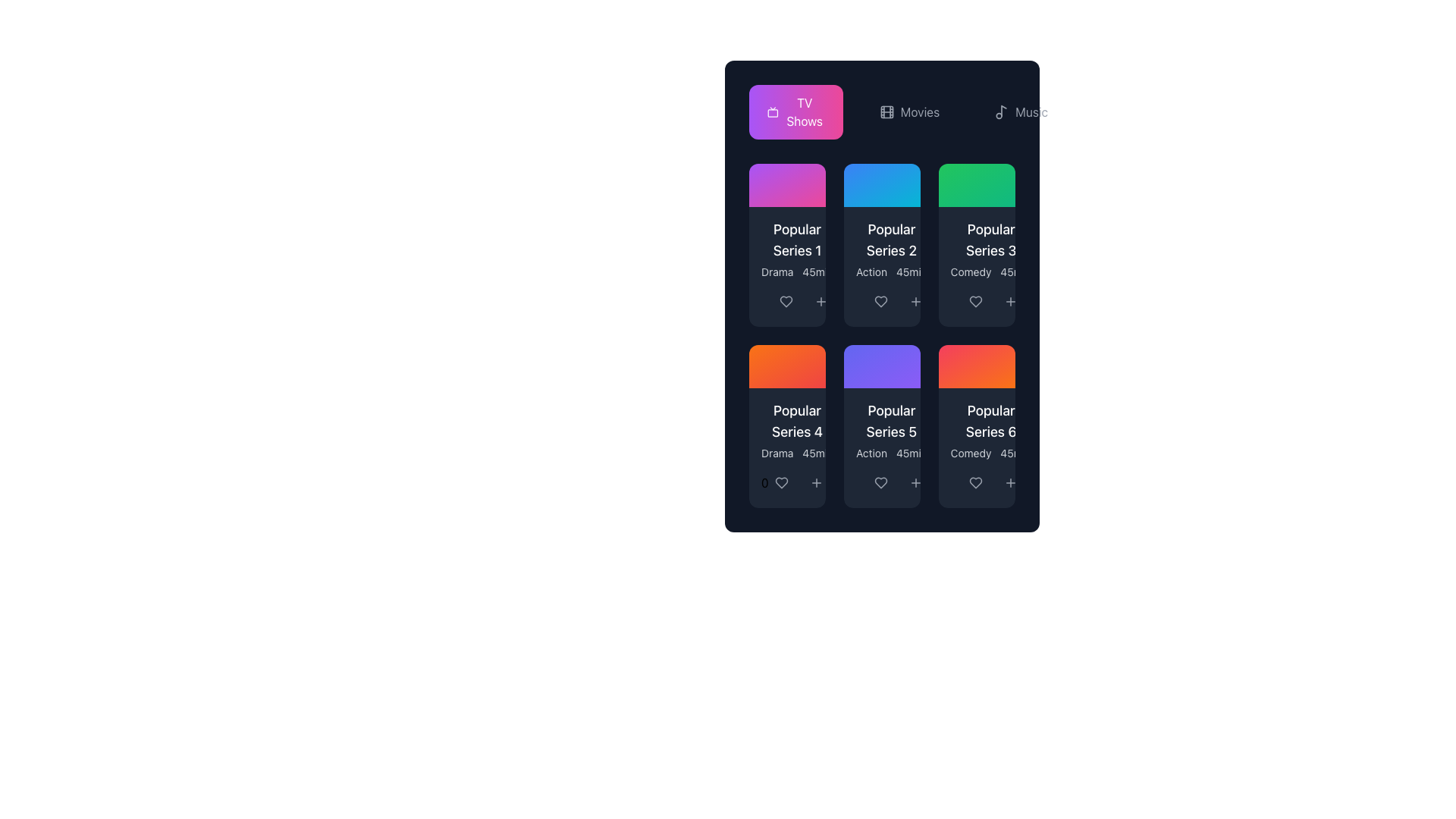 The image size is (1456, 819). I want to click on the decorative graphic element with a gradient background that occupies the upper section of the 'Popular Series 2' card in the second column of the grid layout, so click(882, 184).